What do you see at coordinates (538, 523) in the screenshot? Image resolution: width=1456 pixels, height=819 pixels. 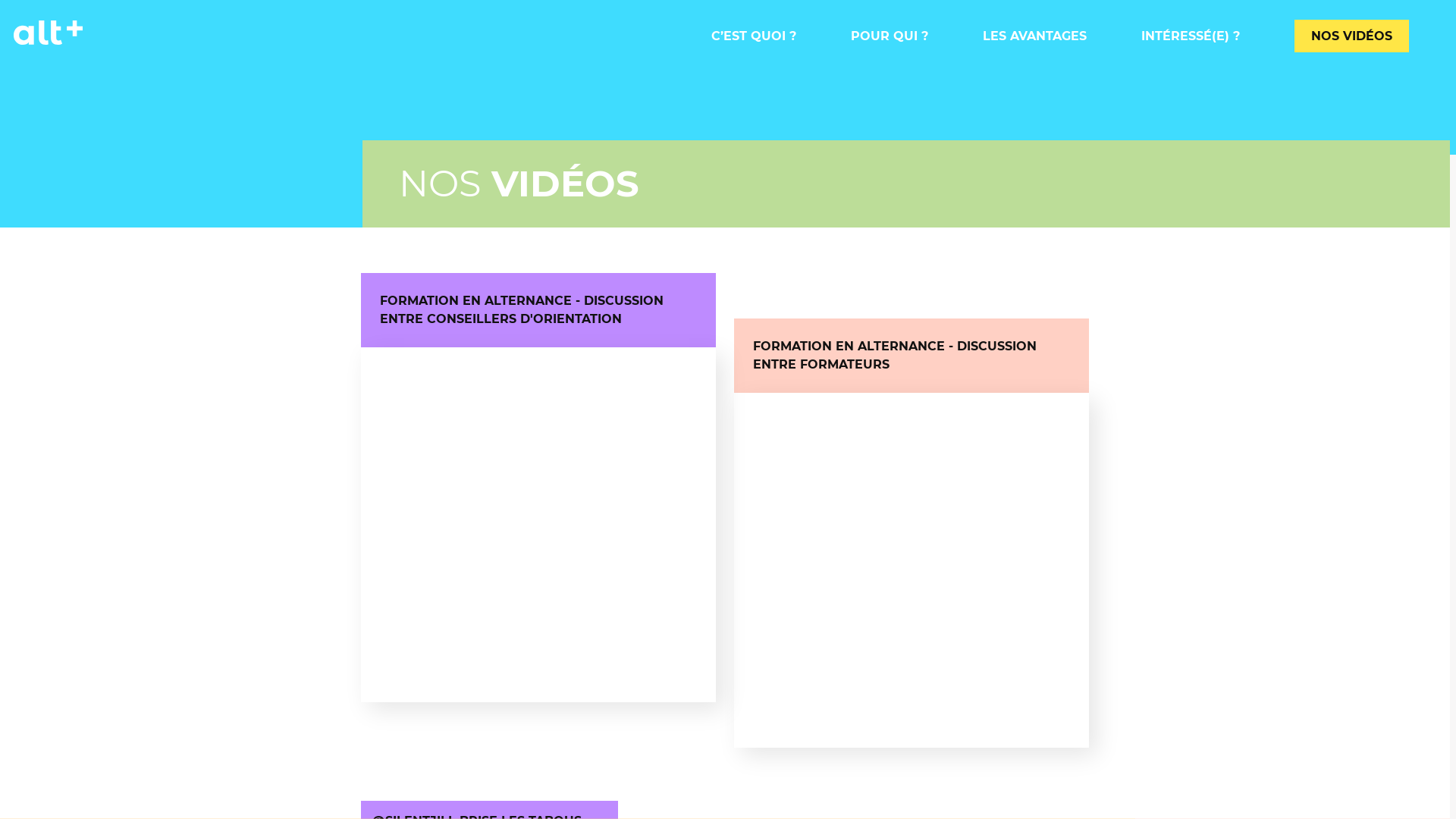 I see `'YouTube video player'` at bounding box center [538, 523].